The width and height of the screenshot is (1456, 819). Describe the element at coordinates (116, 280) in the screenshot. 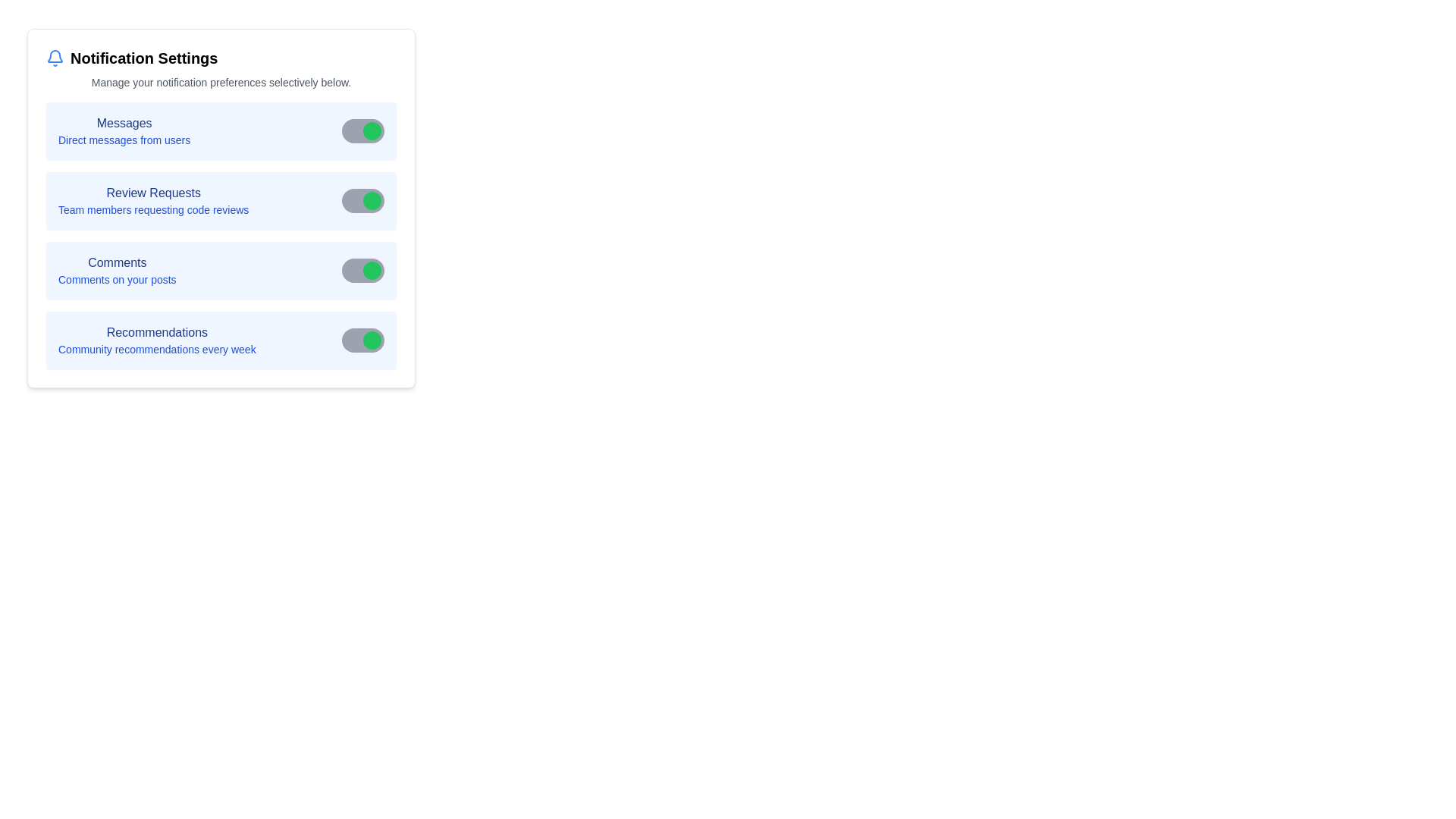

I see `the text label that says 'Comments on your posts', which is styled in a smaller font size and blue color, located below the larger text 'Comments' within a light blue background` at that location.